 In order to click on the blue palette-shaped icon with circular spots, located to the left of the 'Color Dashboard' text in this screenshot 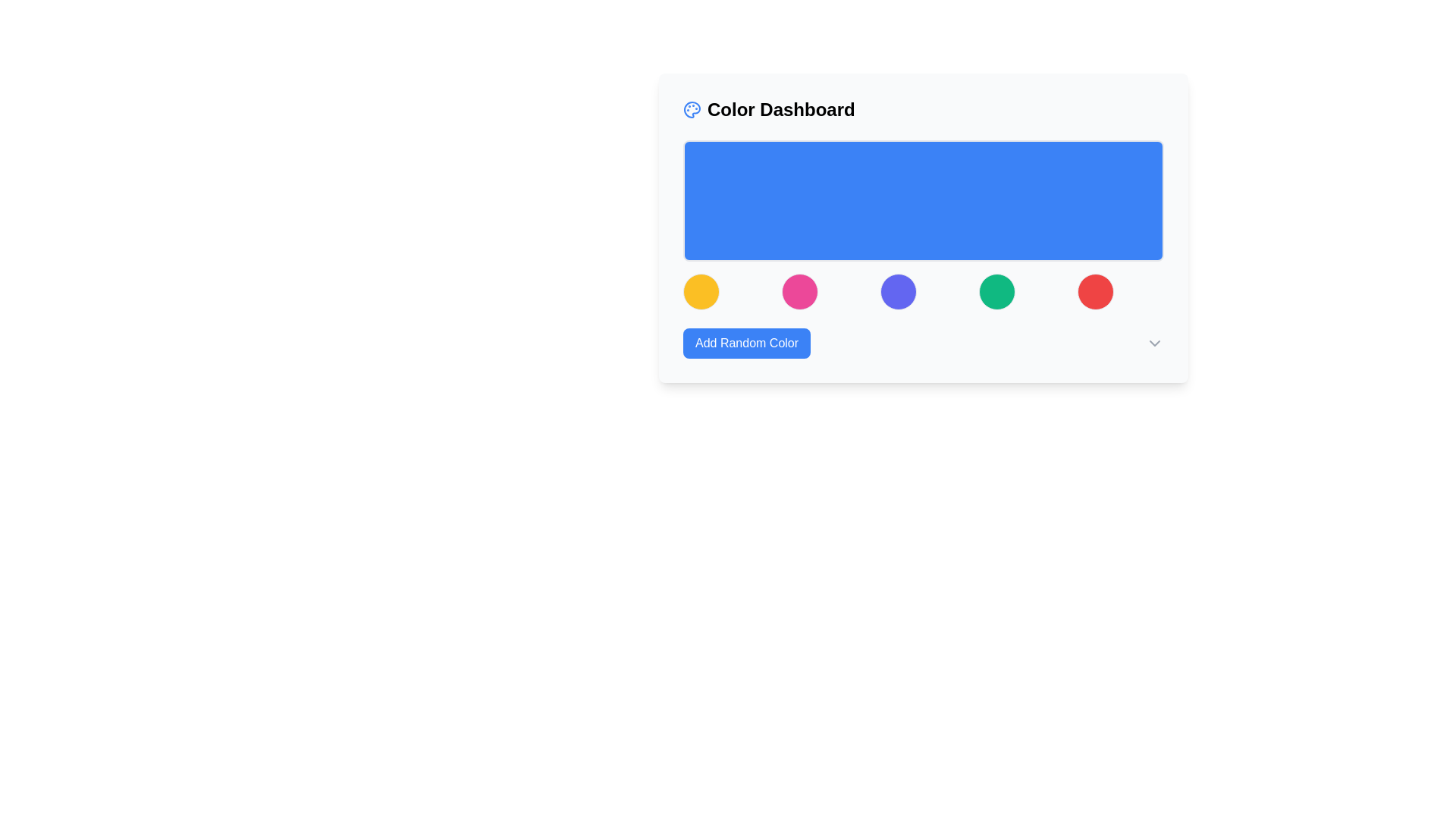, I will do `click(691, 109)`.